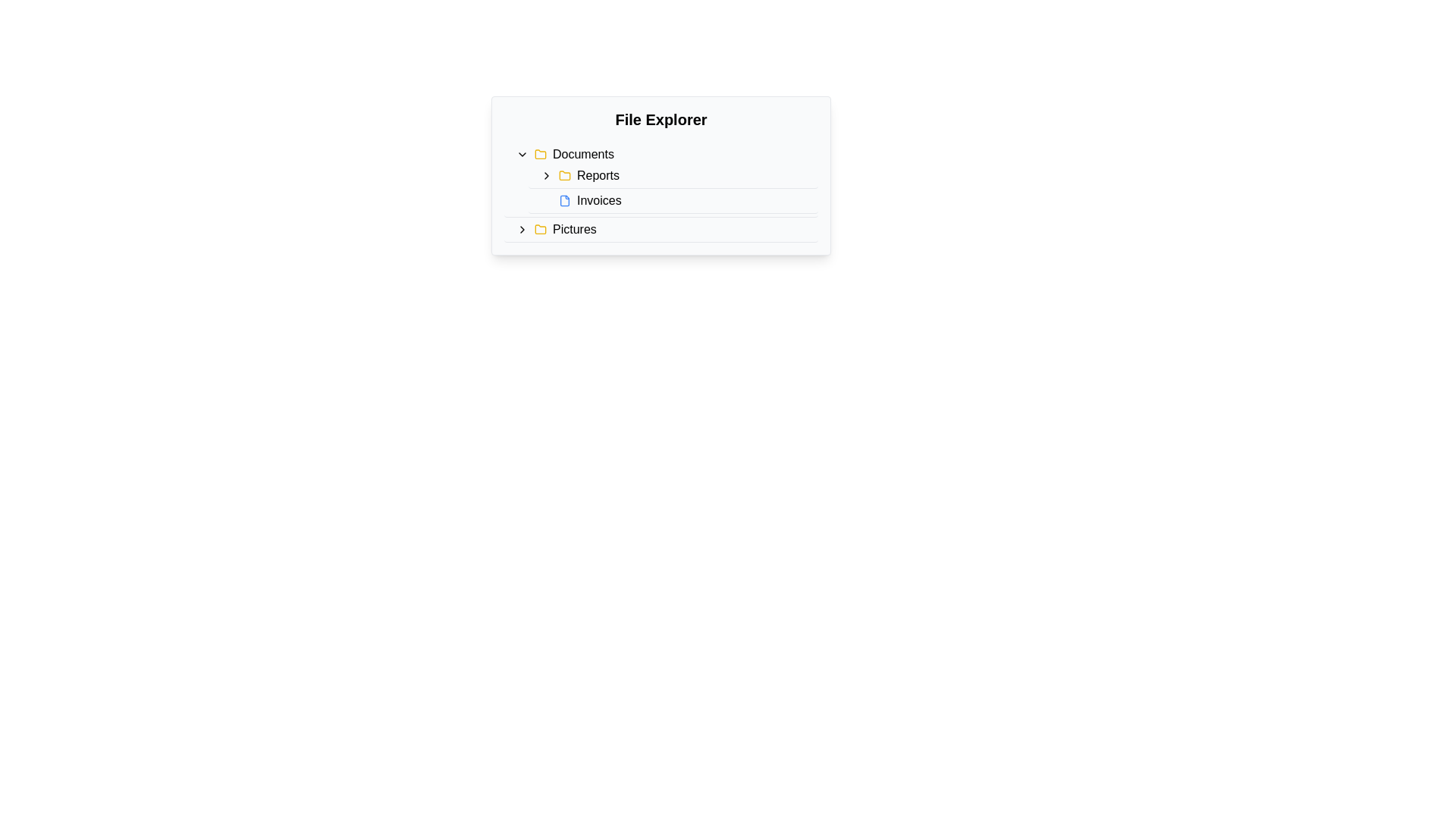 The height and width of the screenshot is (819, 1456). I want to click on the 'Invoices' directory icon, which is located under the 'Reports' section of the file explorer, to view context menu options, so click(563, 200).